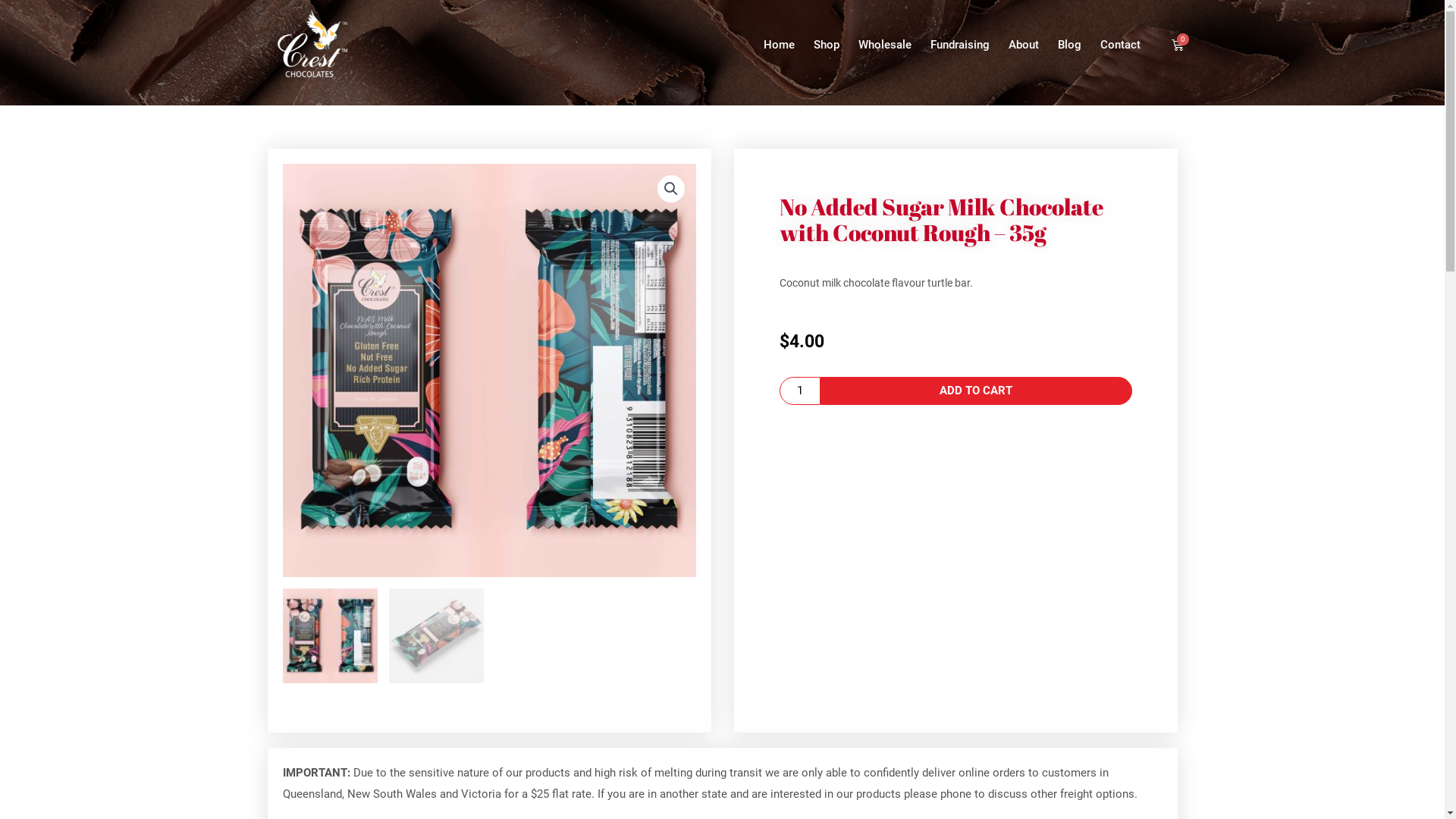 The height and width of the screenshot is (819, 1456). I want to click on 'Home', so click(778, 43).